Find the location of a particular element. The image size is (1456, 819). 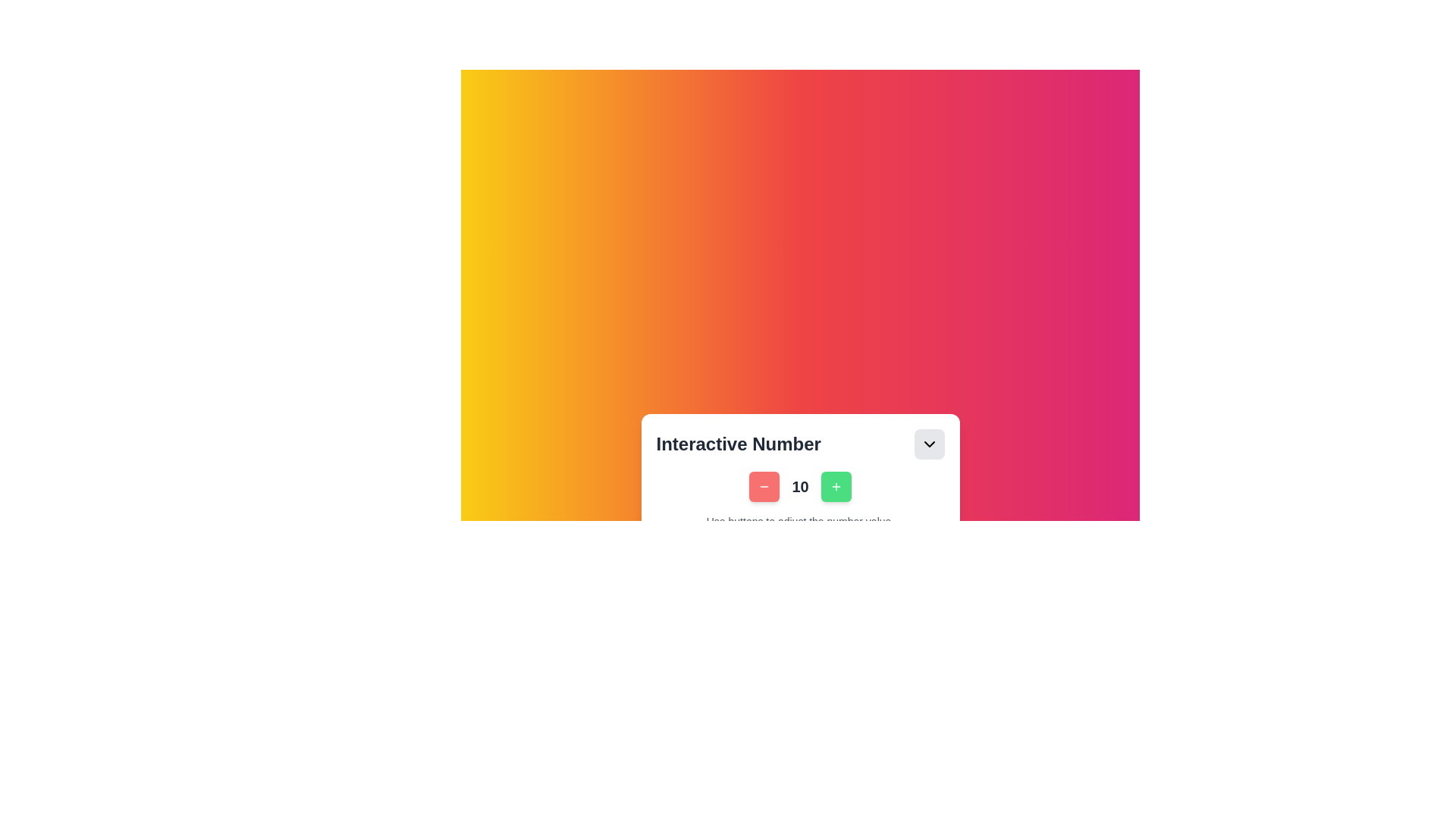

the Text Display Component that shows the current value of '10', centrally positioned beneath the title 'Interactive Number' and above the instructional text is located at coordinates (799, 479).